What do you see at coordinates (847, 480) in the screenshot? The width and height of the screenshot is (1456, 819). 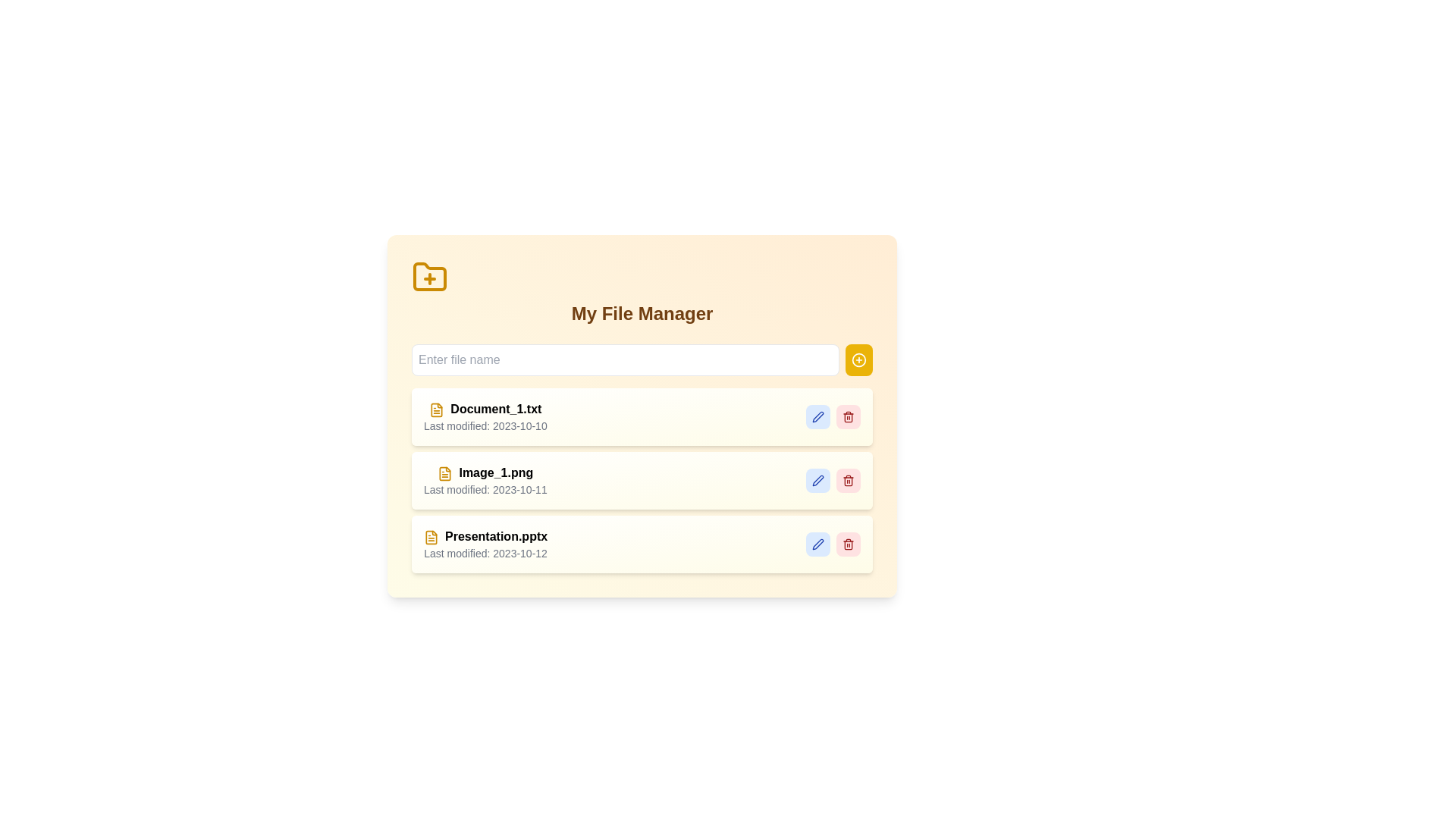 I see `the delete icon located in the last row of a list of items, aligned to the rightmost edge of the row` at bounding box center [847, 480].